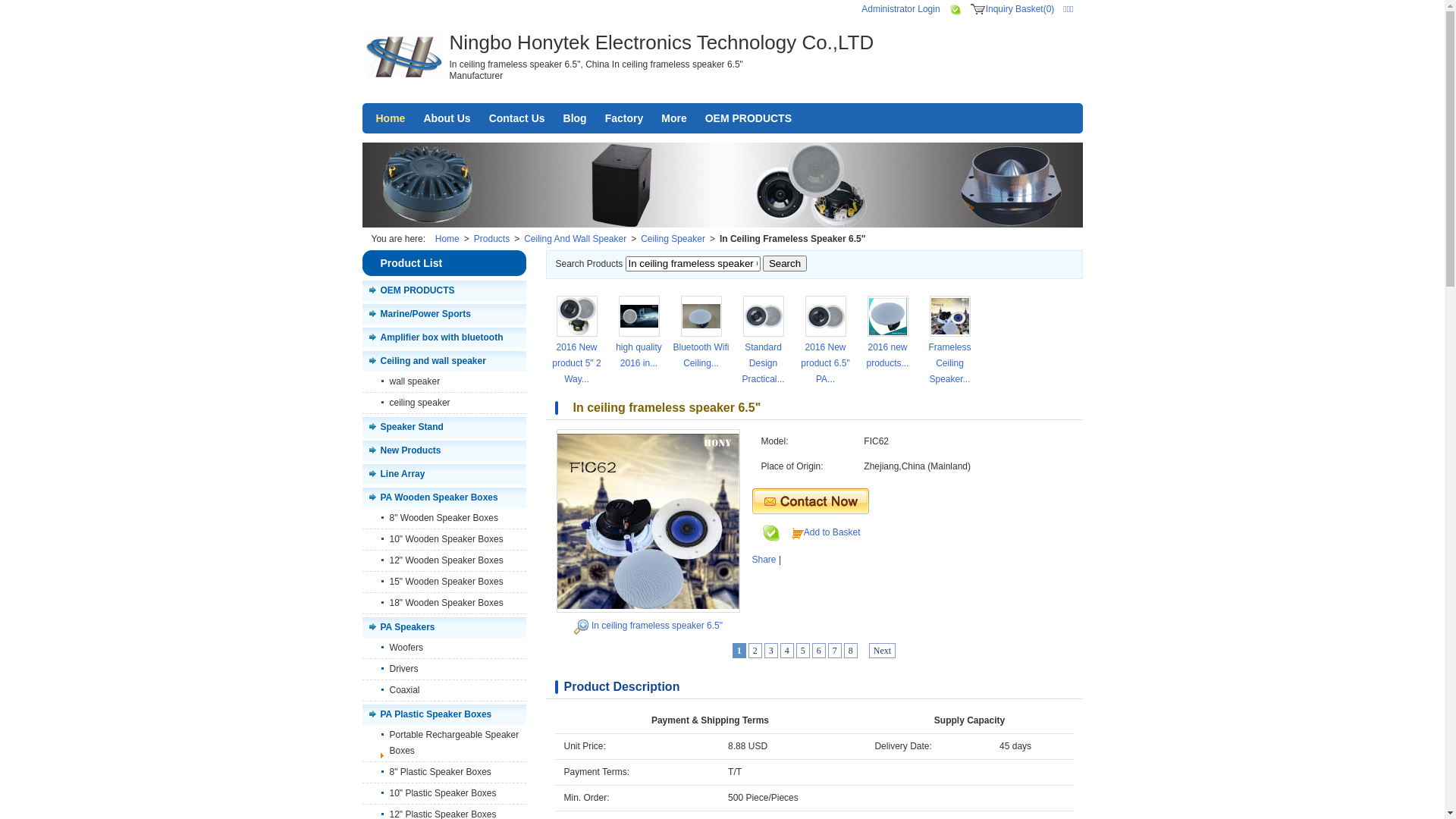 The height and width of the screenshot is (819, 1456). What do you see at coordinates (362, 714) in the screenshot?
I see `'PA Plastic Speaker Boxes'` at bounding box center [362, 714].